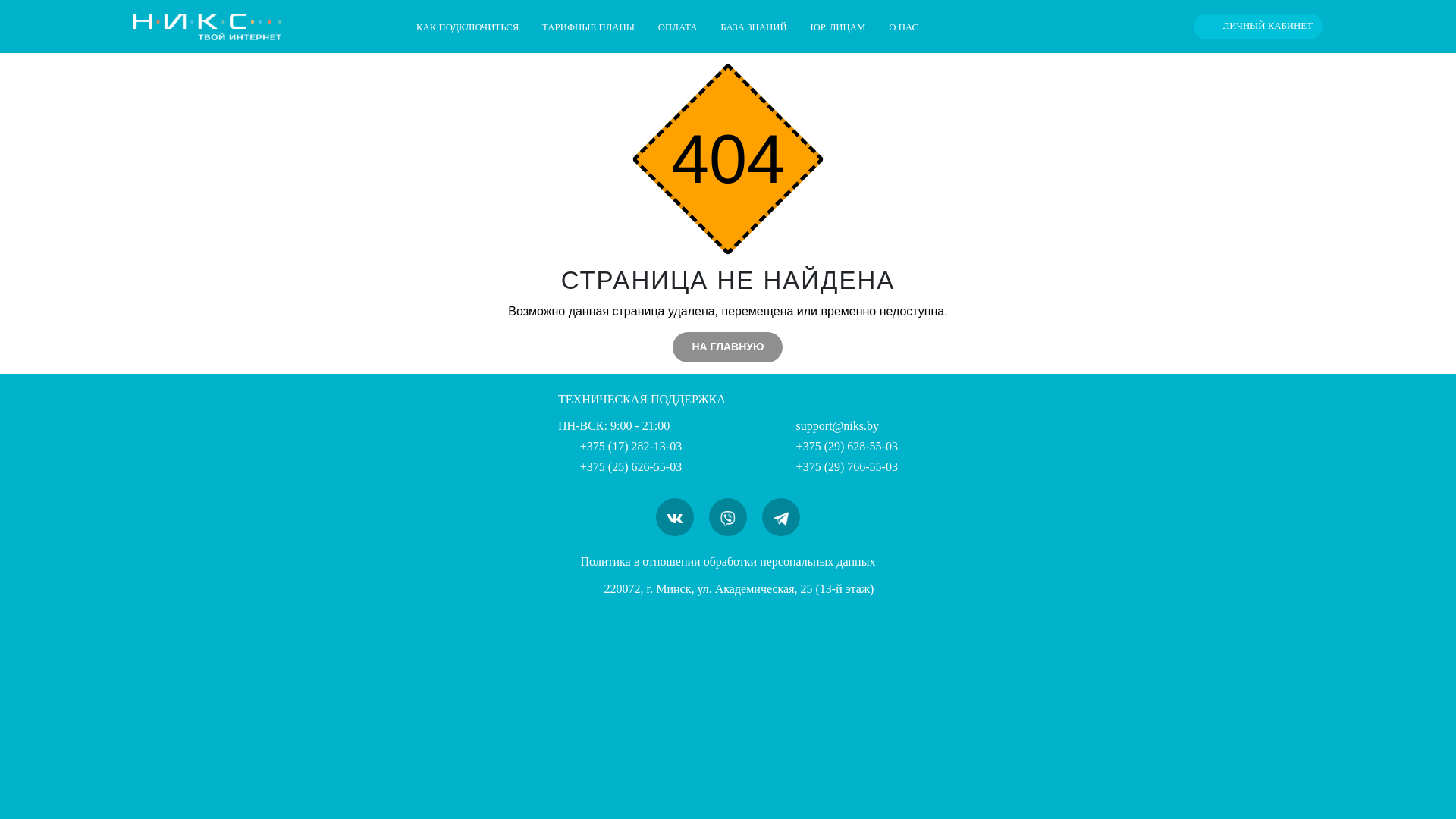 Image resolution: width=1456 pixels, height=819 pixels. Describe the element at coordinates (835, 466) in the screenshot. I see `'+375 (29) 766-55-03'` at that location.